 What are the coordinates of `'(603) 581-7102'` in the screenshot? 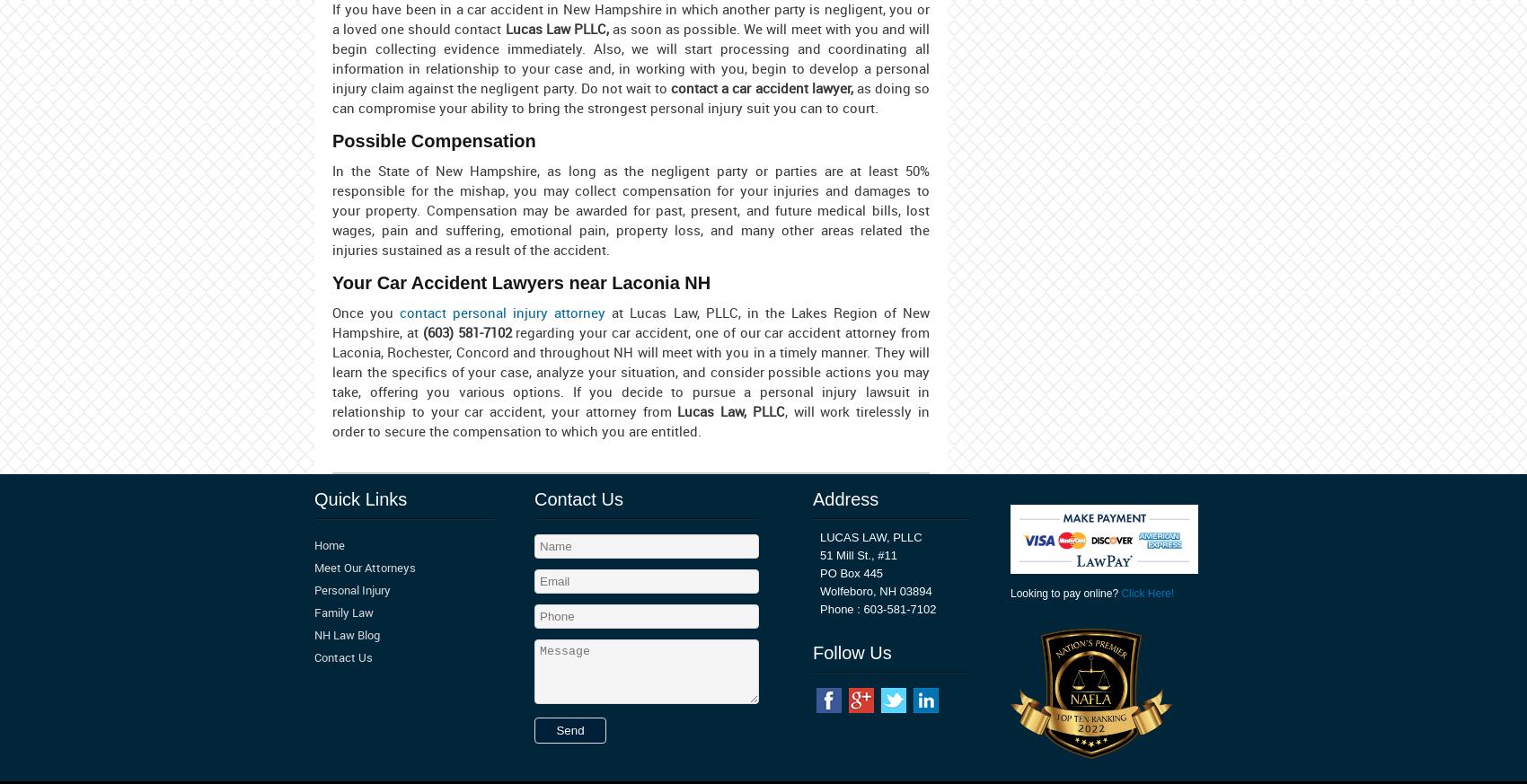 It's located at (466, 330).